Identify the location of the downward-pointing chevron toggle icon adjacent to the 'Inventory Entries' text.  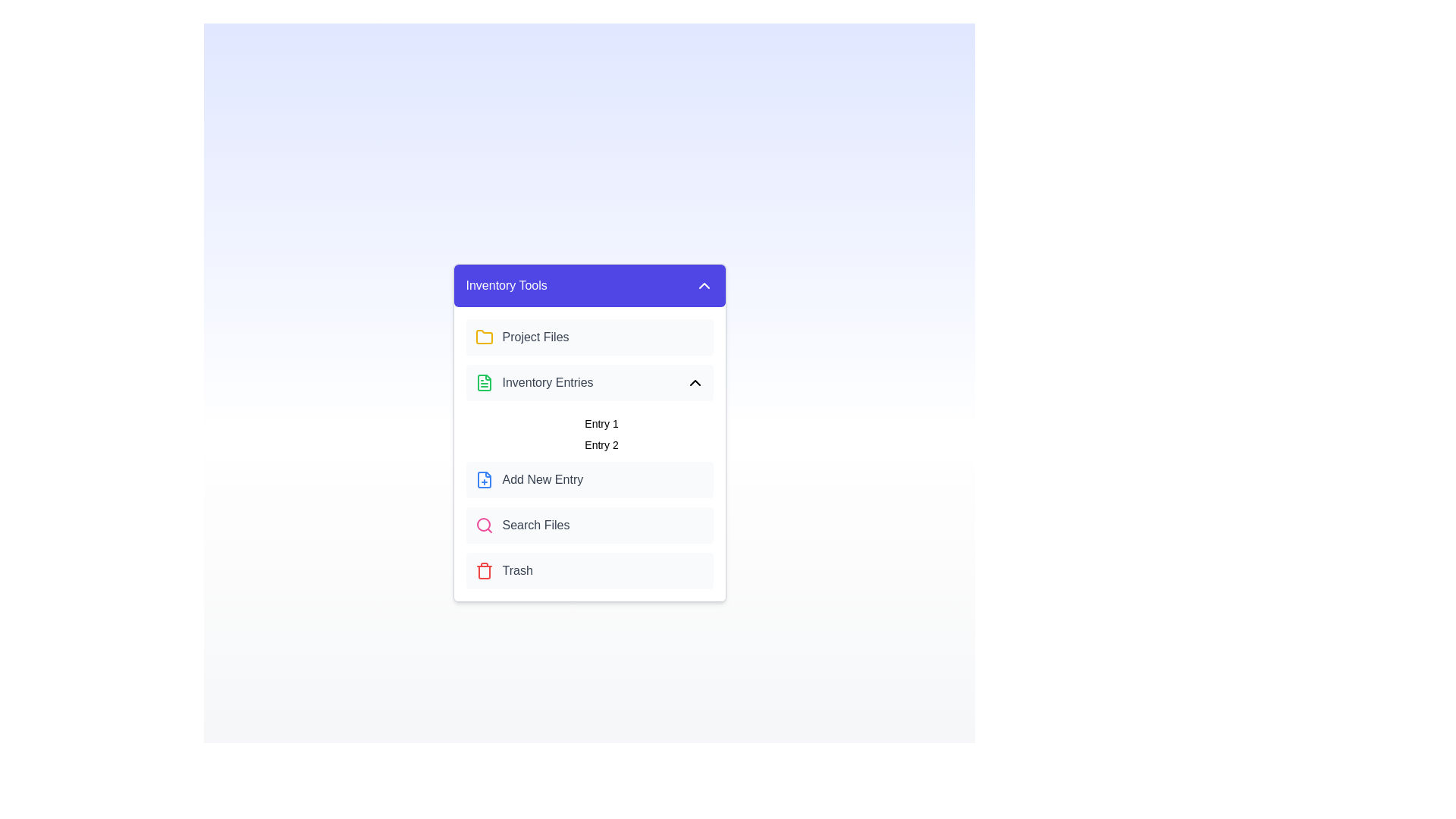
(694, 382).